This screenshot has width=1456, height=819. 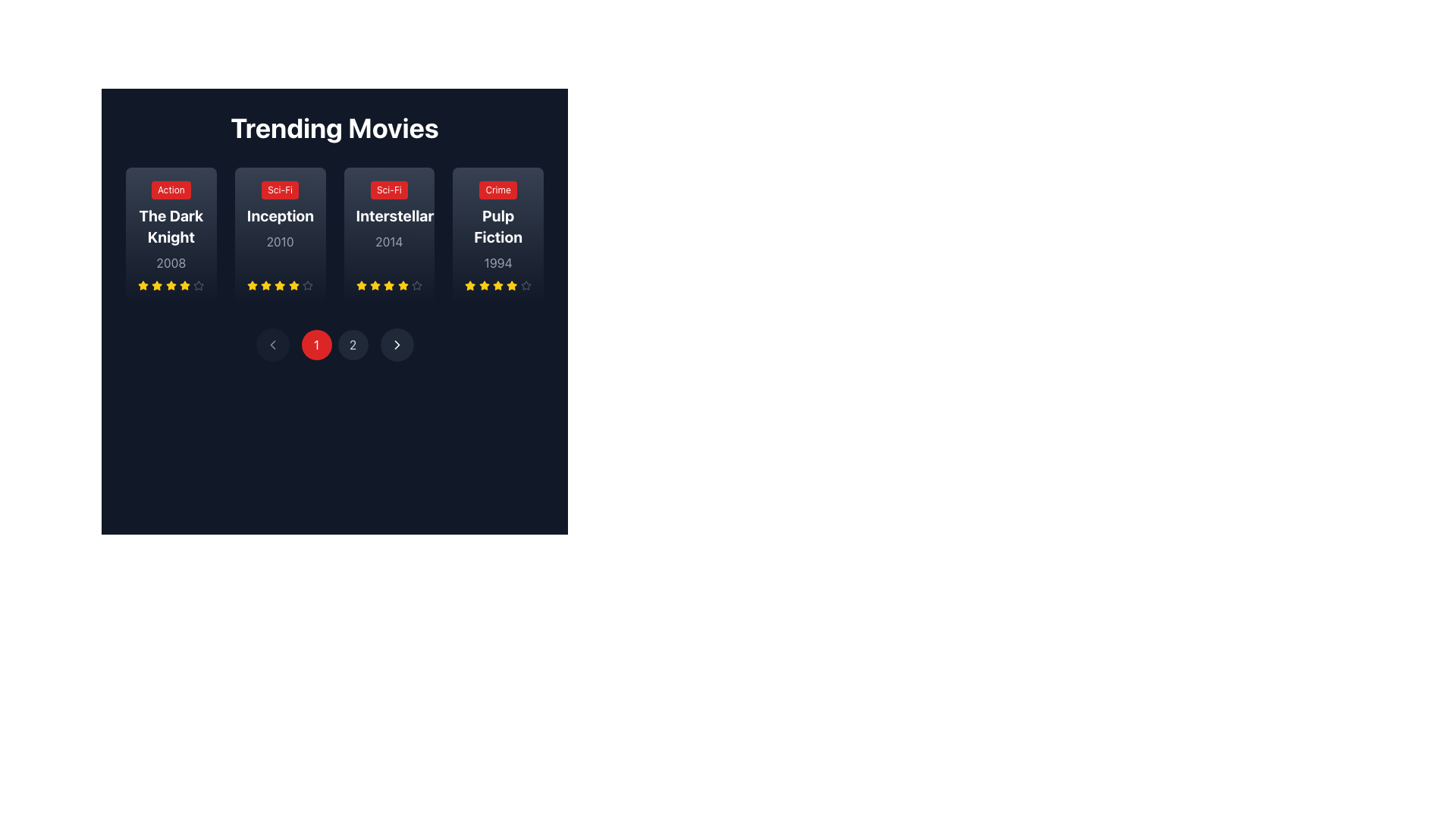 I want to click on the third star icon in the rating component for the movie 'Interstellar', so click(x=389, y=285).